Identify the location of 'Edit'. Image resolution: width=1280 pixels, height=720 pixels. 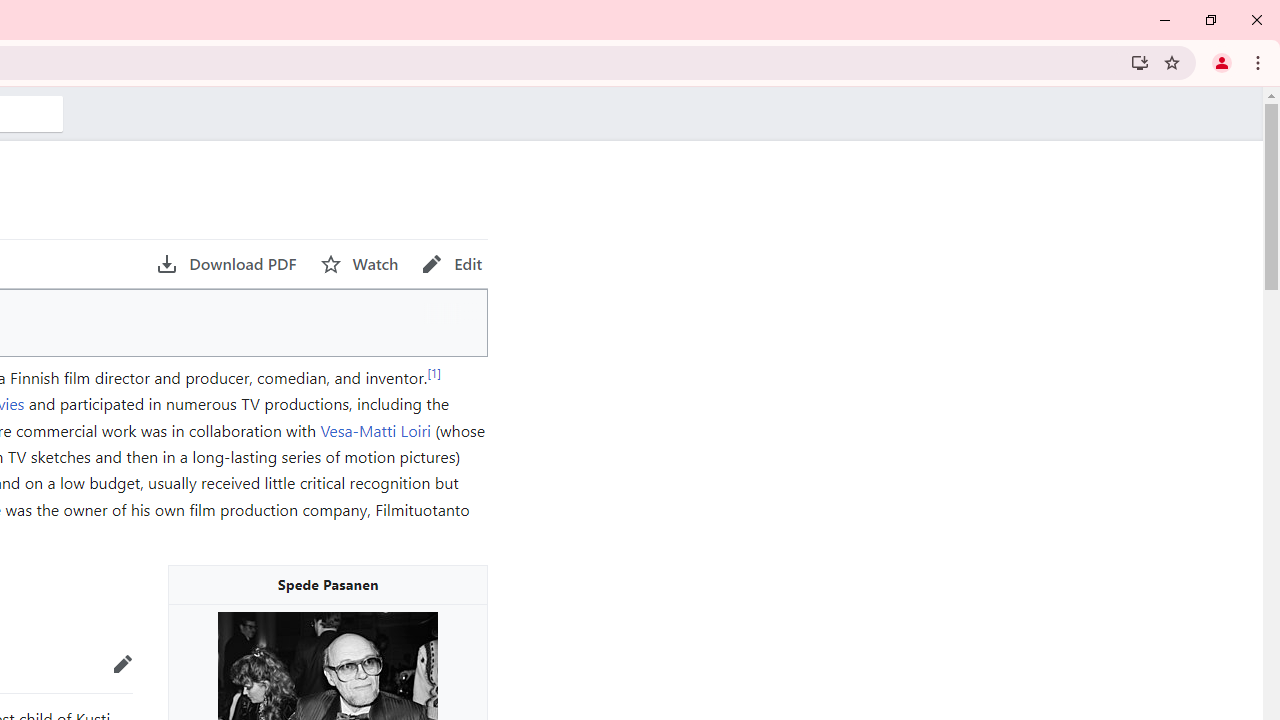
(451, 263).